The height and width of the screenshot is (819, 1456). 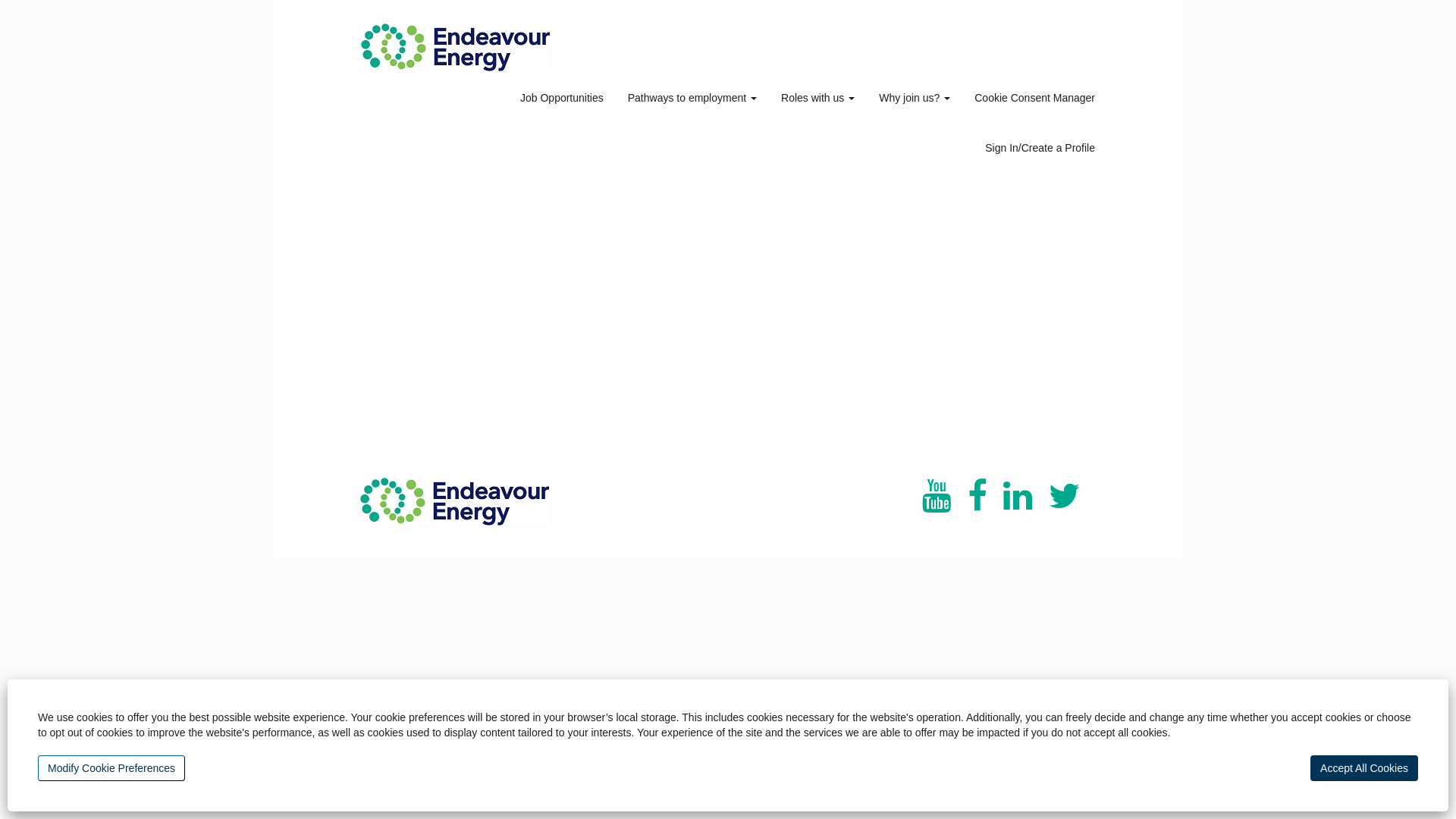 What do you see at coordinates (920, 497) in the screenshot?
I see `'youtube'` at bounding box center [920, 497].